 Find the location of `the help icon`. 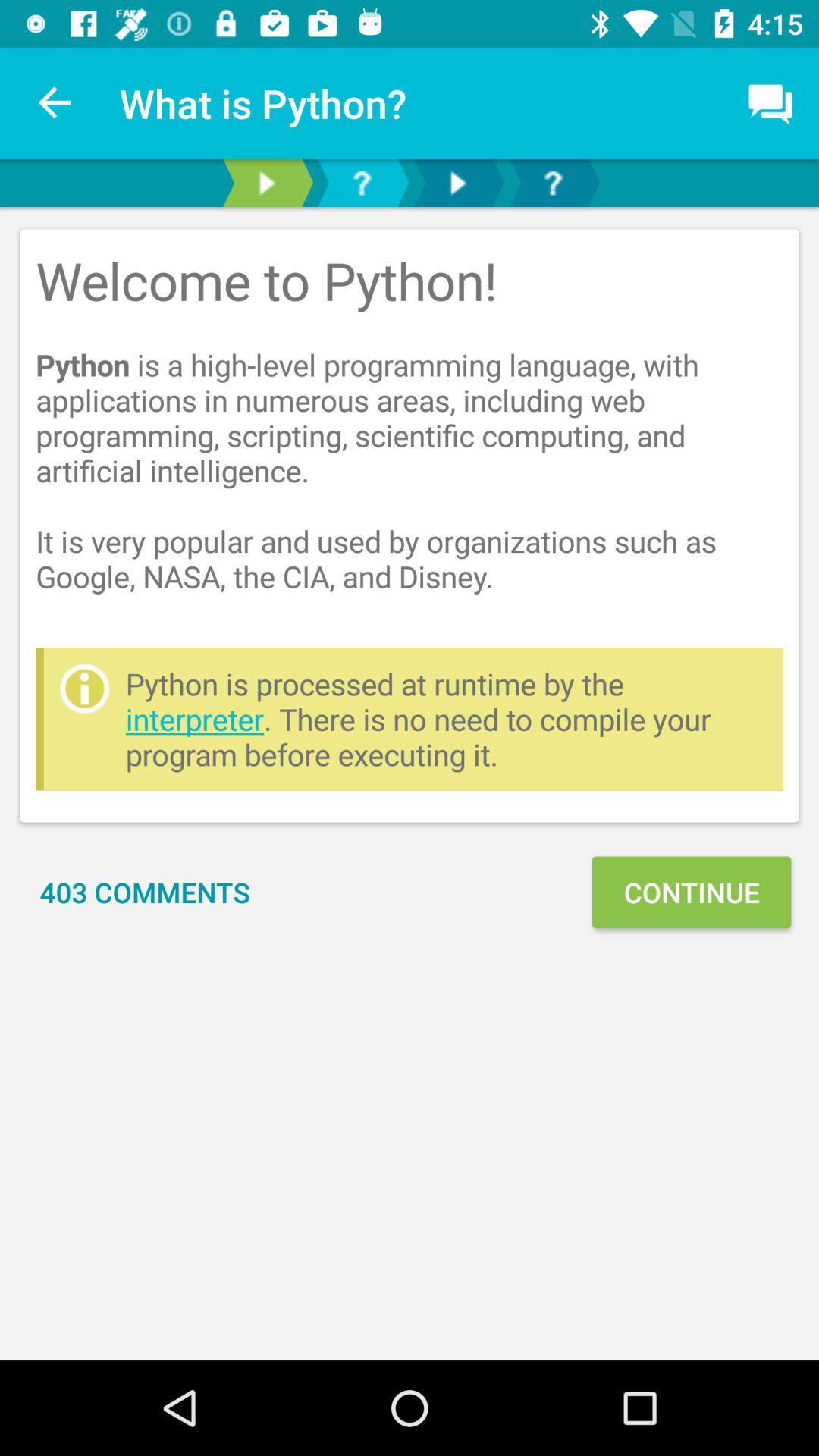

the help icon is located at coordinates (553, 182).